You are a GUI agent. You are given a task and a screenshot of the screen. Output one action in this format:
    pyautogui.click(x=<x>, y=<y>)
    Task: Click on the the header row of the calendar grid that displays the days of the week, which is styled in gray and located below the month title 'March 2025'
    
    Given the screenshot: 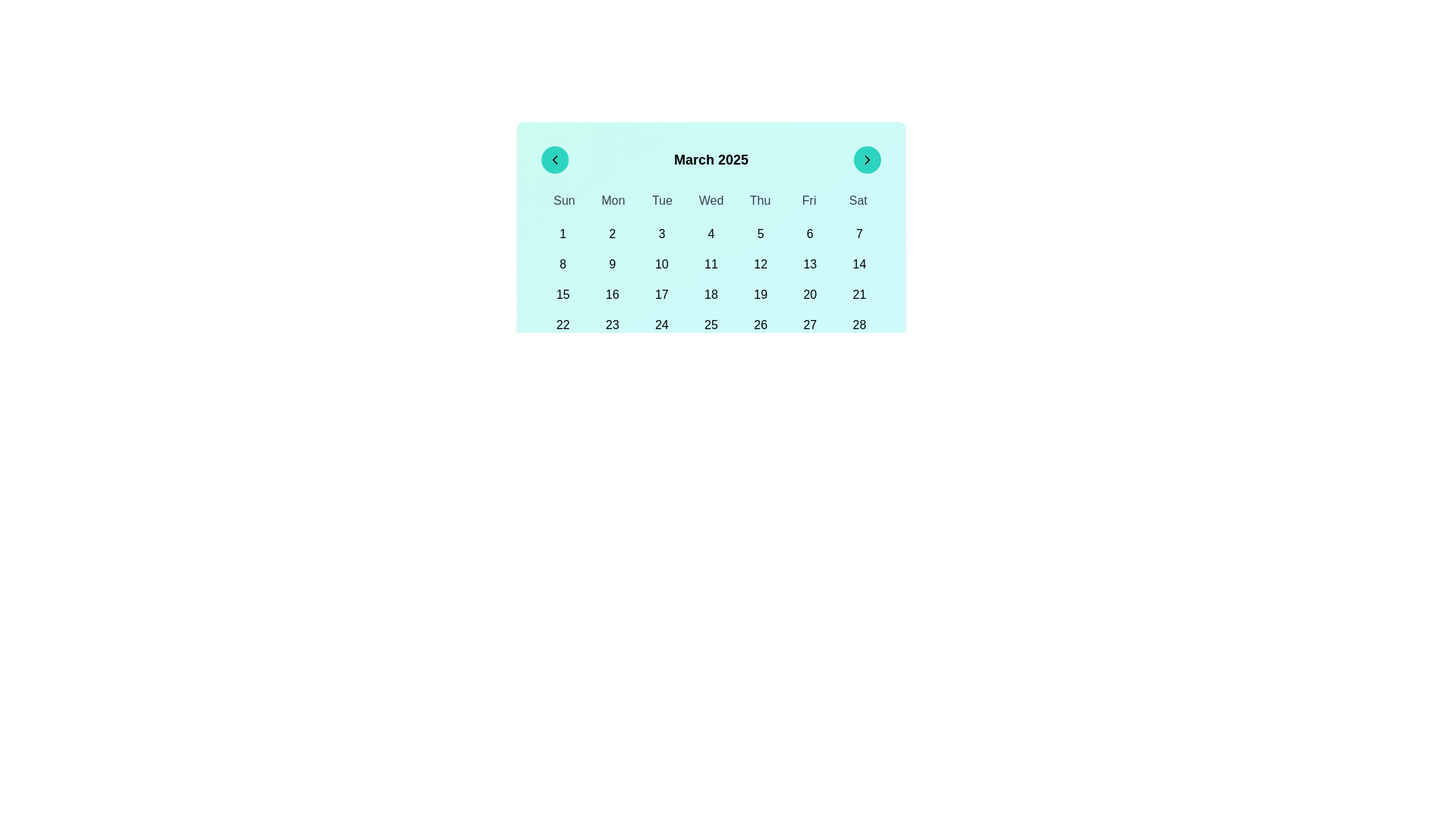 What is the action you would take?
    pyautogui.click(x=710, y=200)
    